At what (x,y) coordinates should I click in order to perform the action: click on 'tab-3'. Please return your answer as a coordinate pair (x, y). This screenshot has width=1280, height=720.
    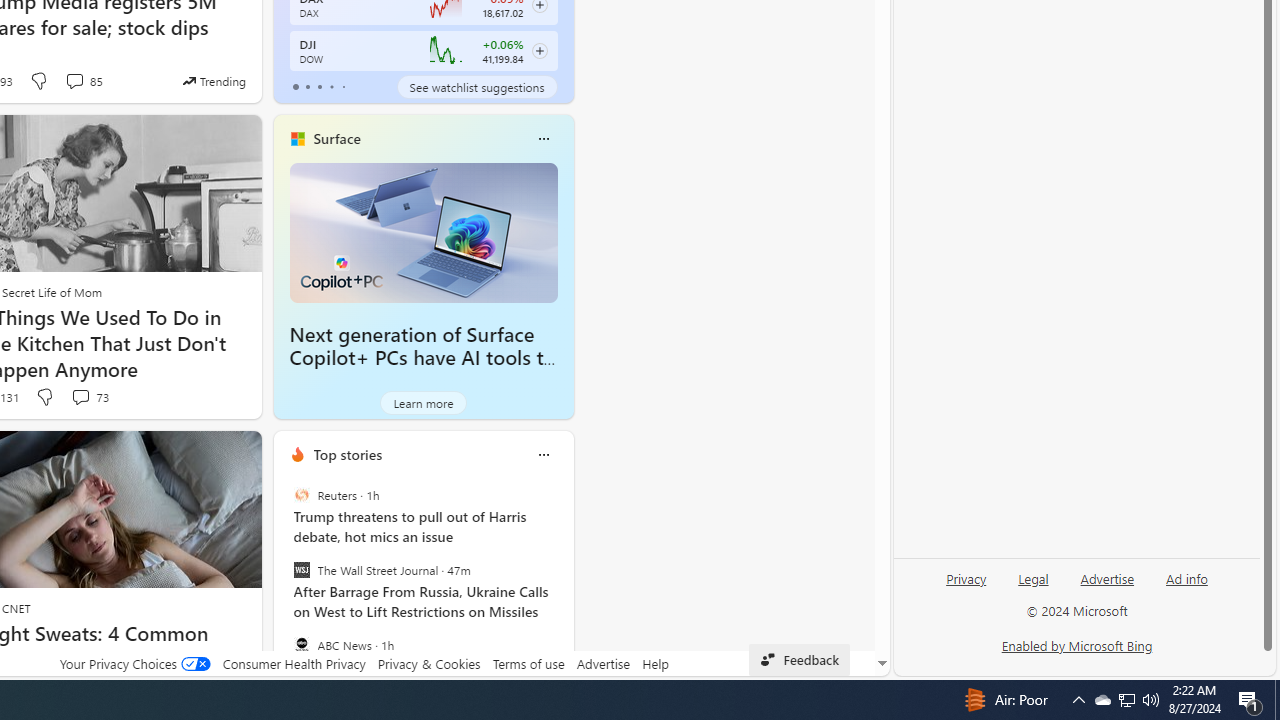
    Looking at the image, I should click on (331, 86).